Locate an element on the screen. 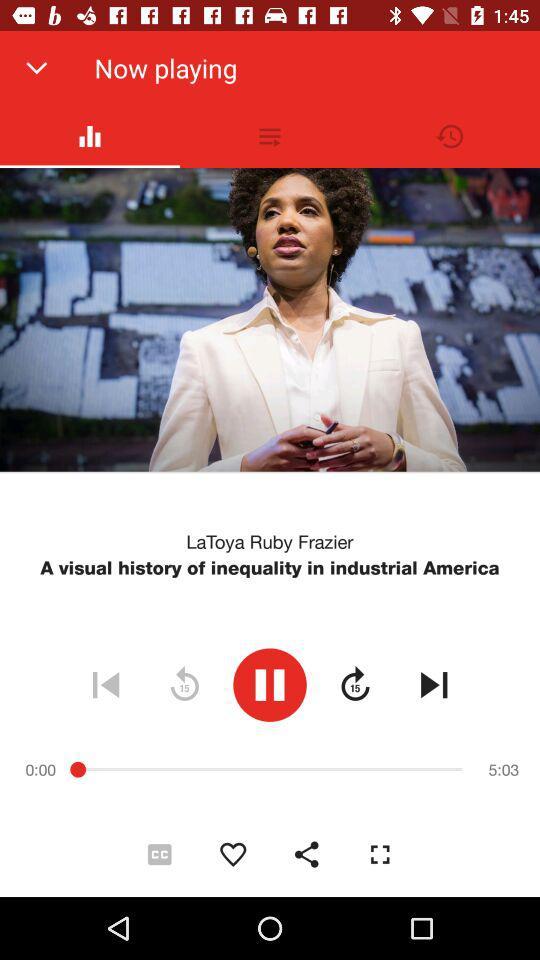 The width and height of the screenshot is (540, 960). the a visual history item is located at coordinates (270, 568).